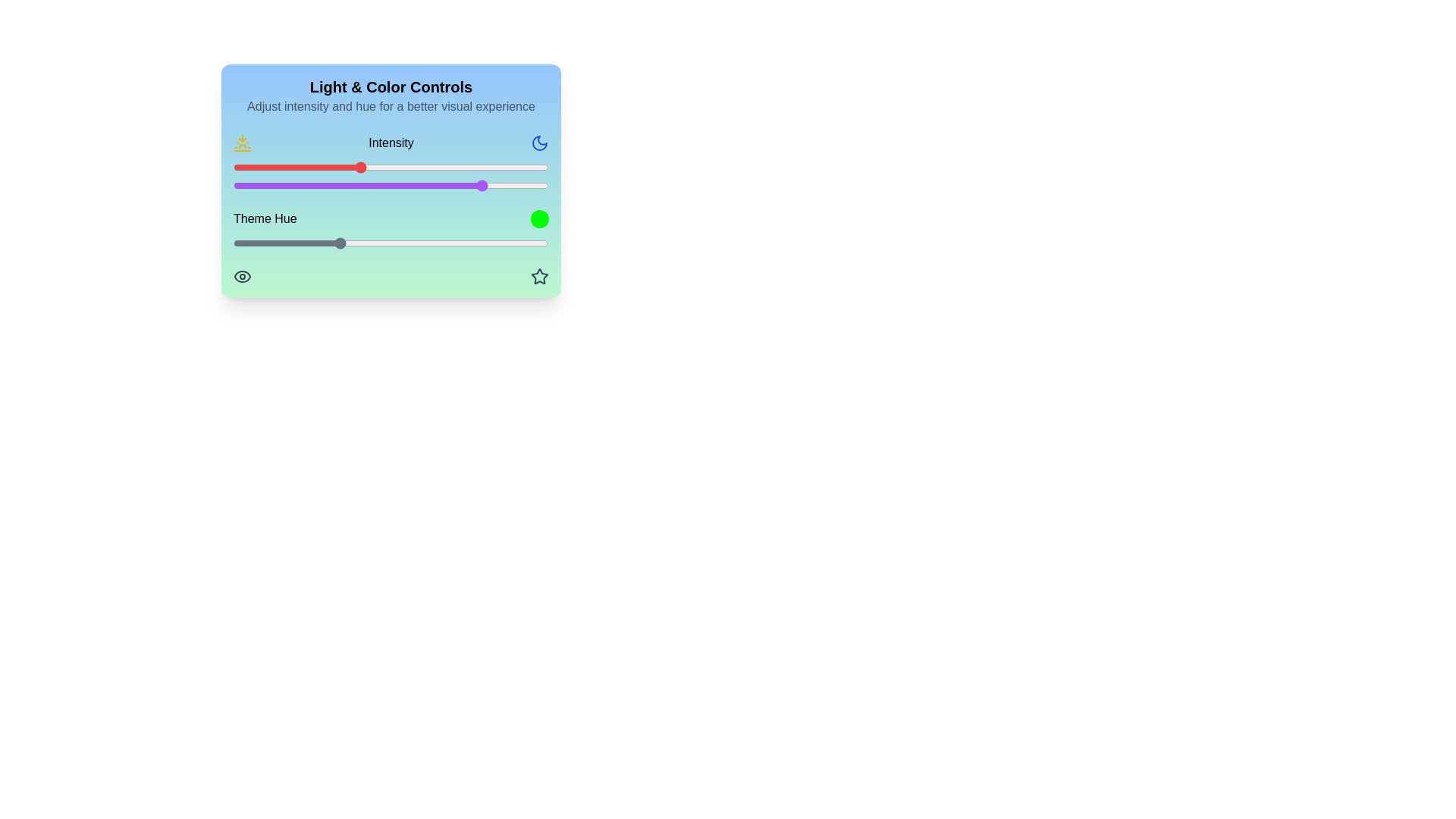  I want to click on descriptive content of the central control panel for managing light intensity and color hue settings, so click(391, 180).